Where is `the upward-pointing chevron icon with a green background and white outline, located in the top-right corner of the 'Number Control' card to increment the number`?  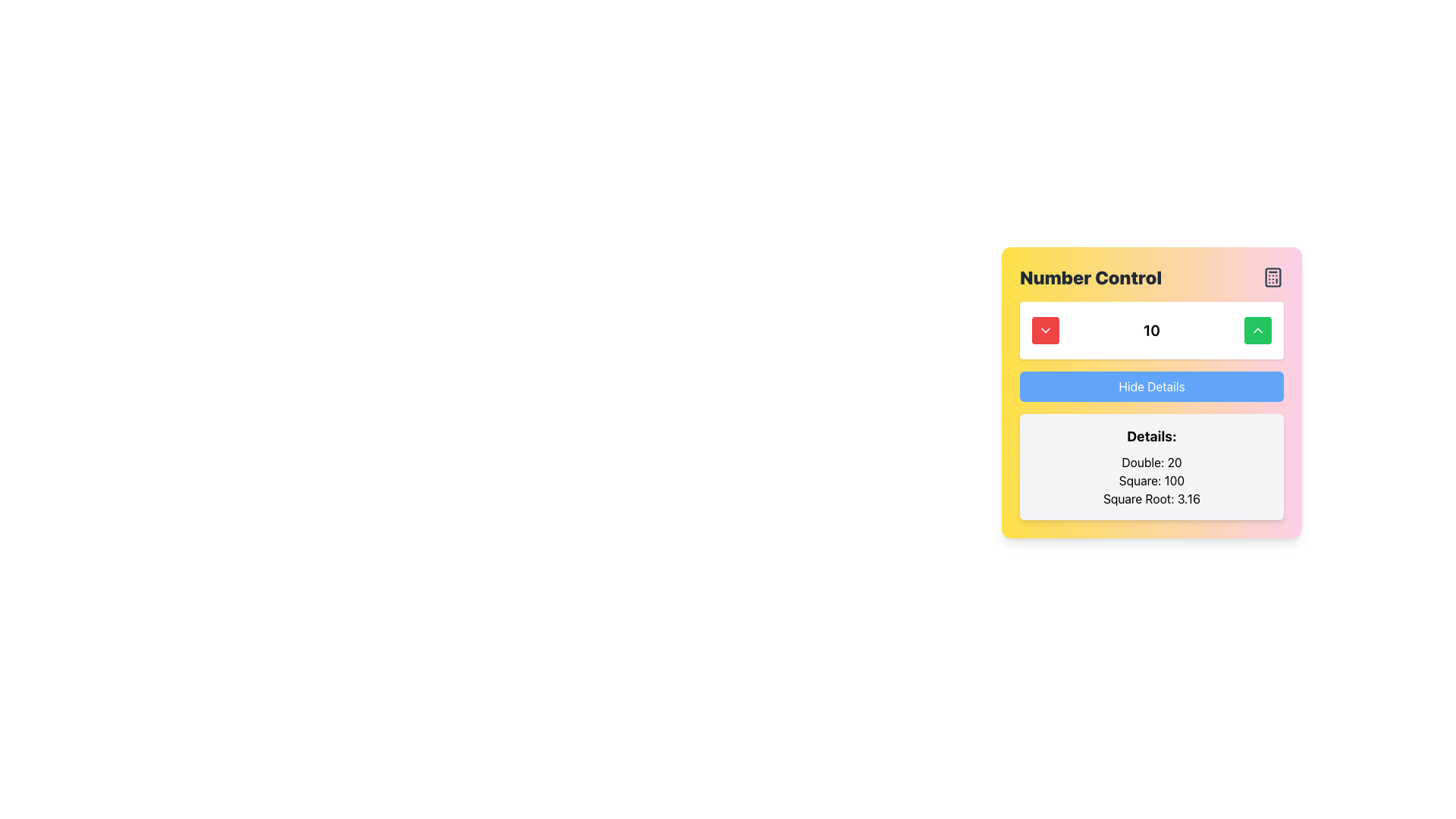 the upward-pointing chevron icon with a green background and white outline, located in the top-right corner of the 'Number Control' card to increment the number is located at coordinates (1258, 329).